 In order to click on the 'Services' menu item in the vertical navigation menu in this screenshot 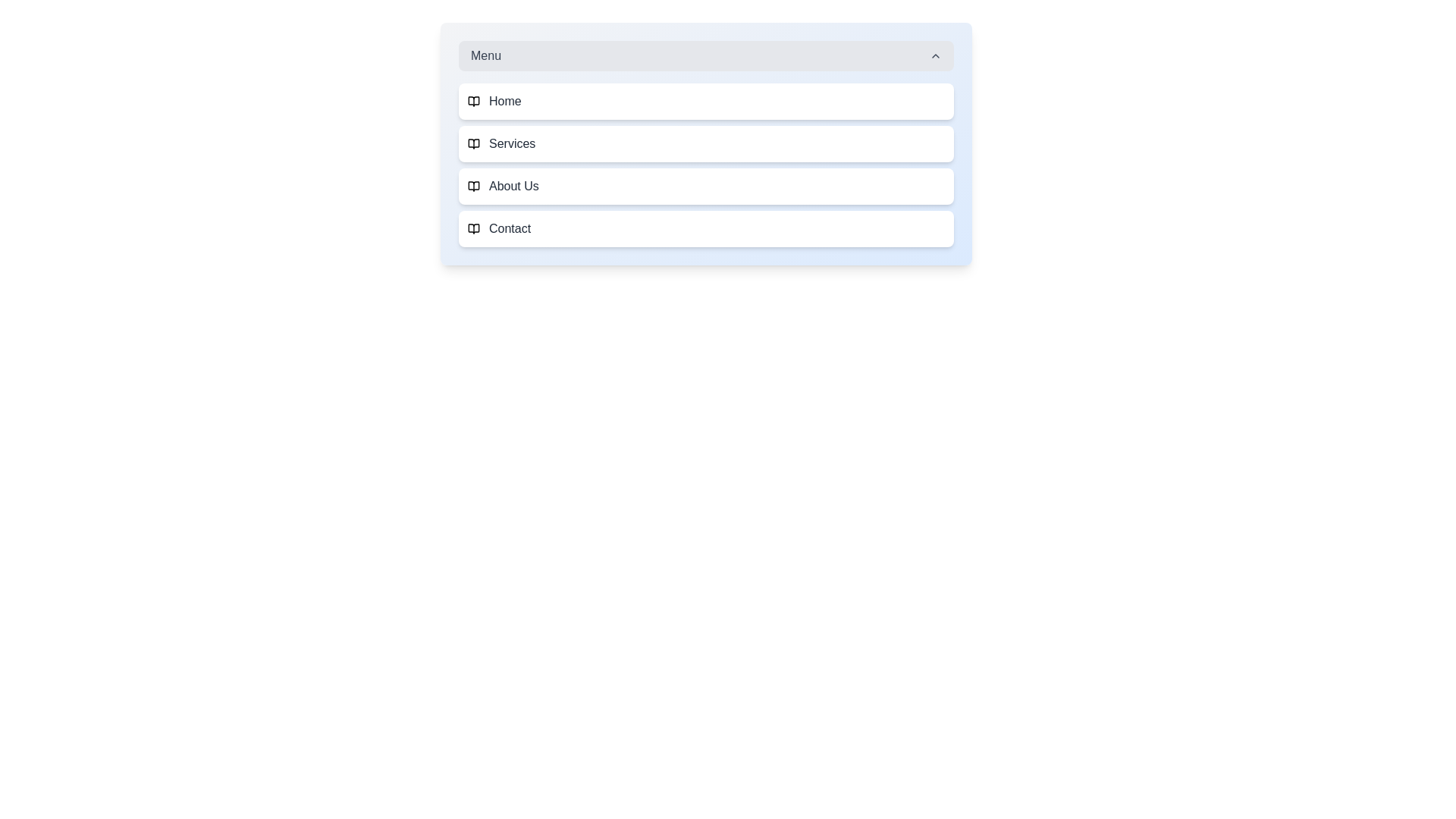, I will do `click(705, 165)`.